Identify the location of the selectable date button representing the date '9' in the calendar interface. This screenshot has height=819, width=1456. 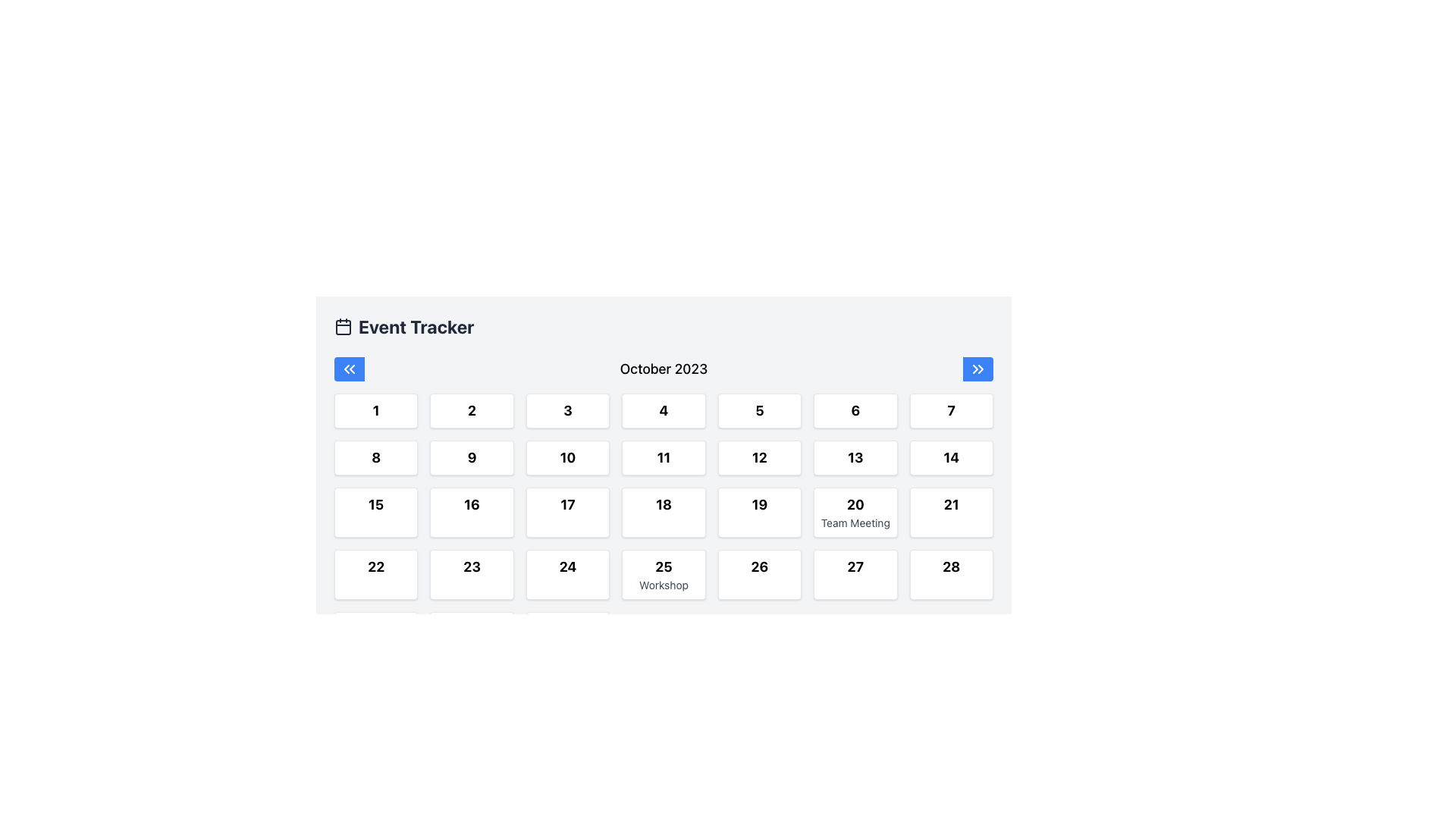
(471, 457).